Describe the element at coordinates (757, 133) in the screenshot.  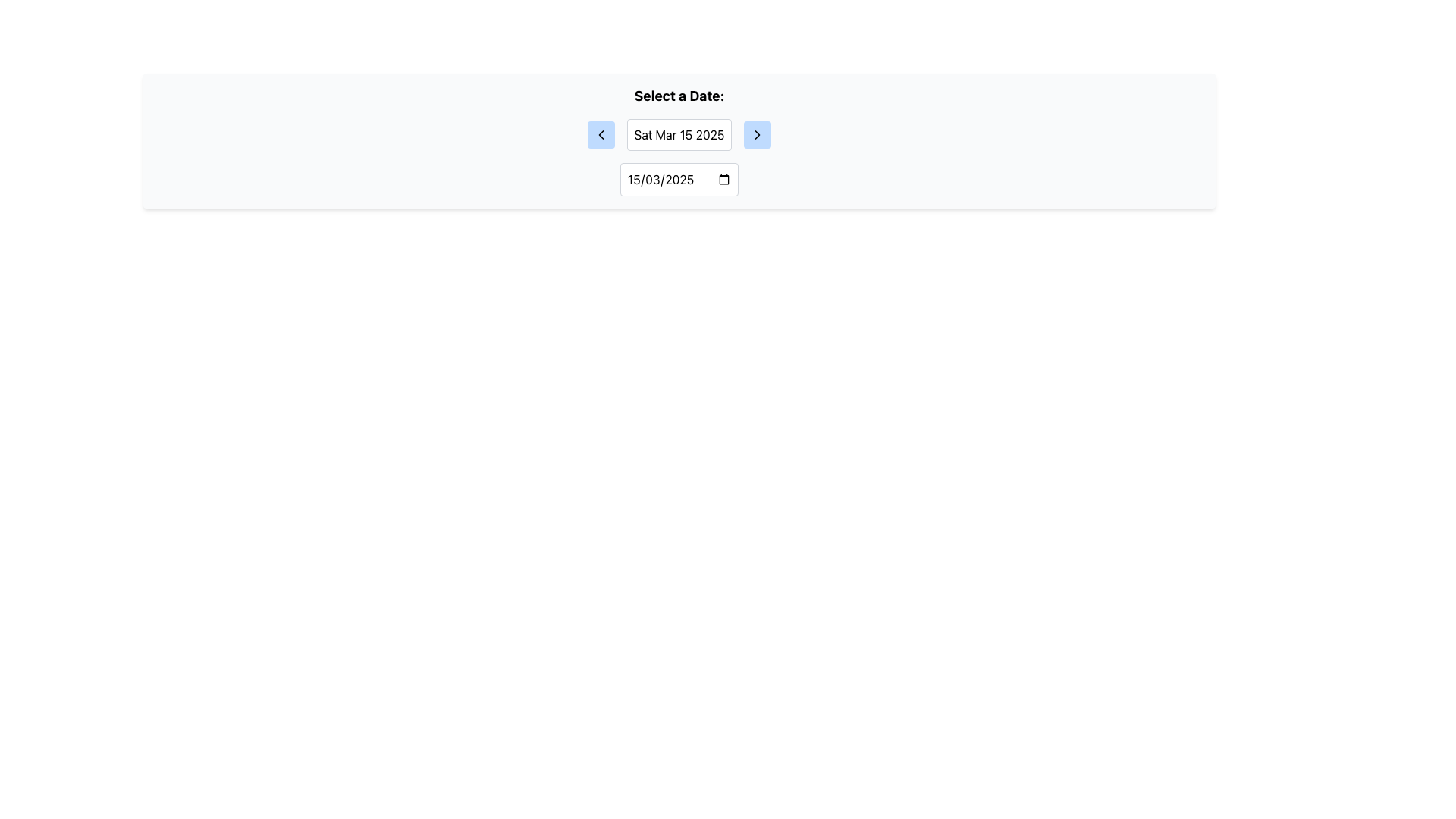
I see `the small, rounded rectangular light blue button with a dark right arrow icon in the center` at that location.